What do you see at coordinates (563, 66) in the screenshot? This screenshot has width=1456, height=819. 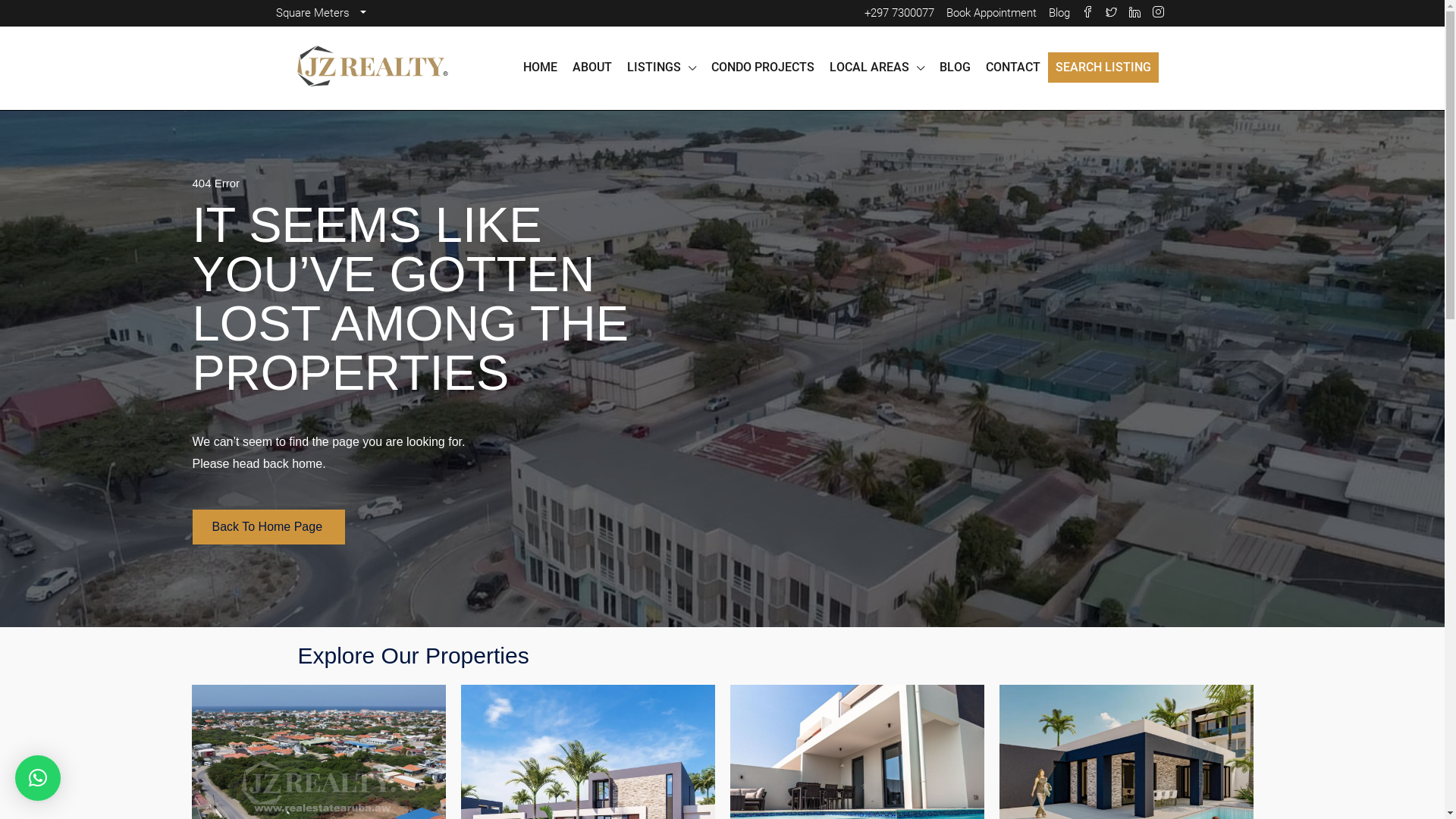 I see `'ABOUT'` at bounding box center [563, 66].